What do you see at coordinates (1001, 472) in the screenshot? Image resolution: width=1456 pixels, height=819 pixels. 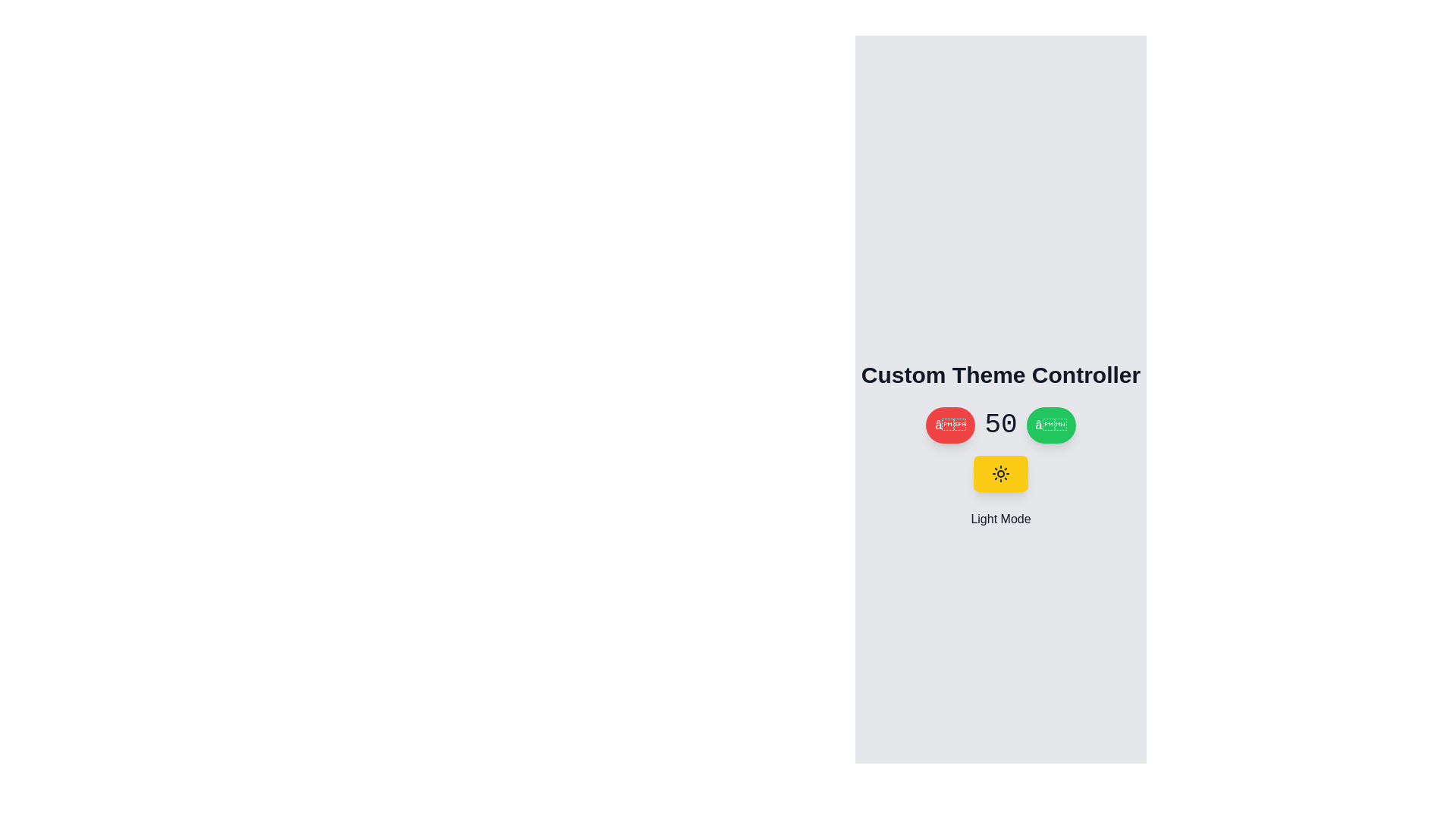 I see `the sun icon, which has a black outline and yellow fill, located in the yellow-shaded rectangle beneath the numerical indicator and above the 'Light Mode' label` at bounding box center [1001, 472].